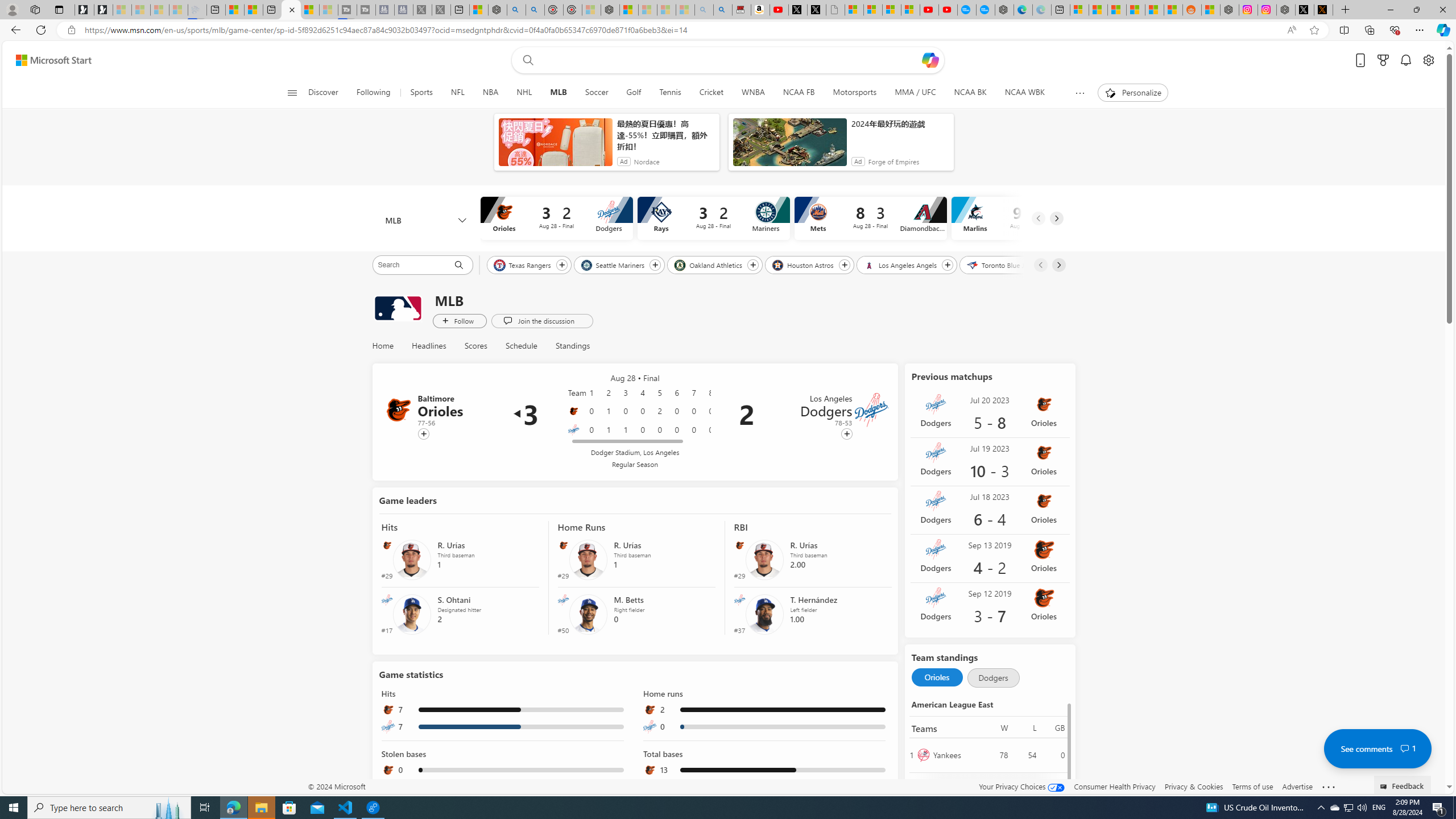 This screenshot has width=1456, height=819. Describe the element at coordinates (970, 92) in the screenshot. I see `'NCAA BK'` at that location.